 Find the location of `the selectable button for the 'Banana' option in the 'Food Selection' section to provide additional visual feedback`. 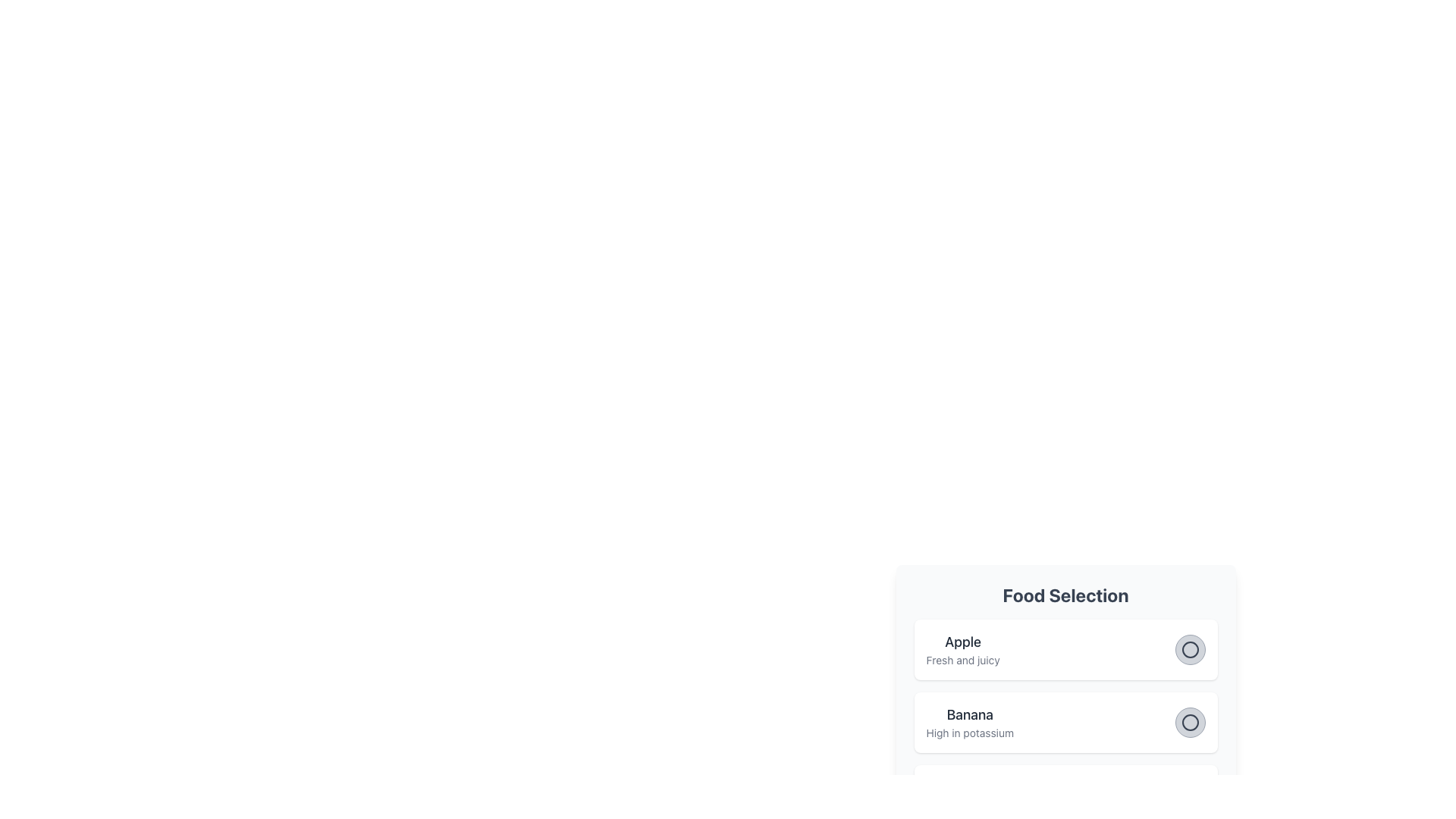

the selectable button for the 'Banana' option in the 'Food Selection' section to provide additional visual feedback is located at coordinates (1189, 721).